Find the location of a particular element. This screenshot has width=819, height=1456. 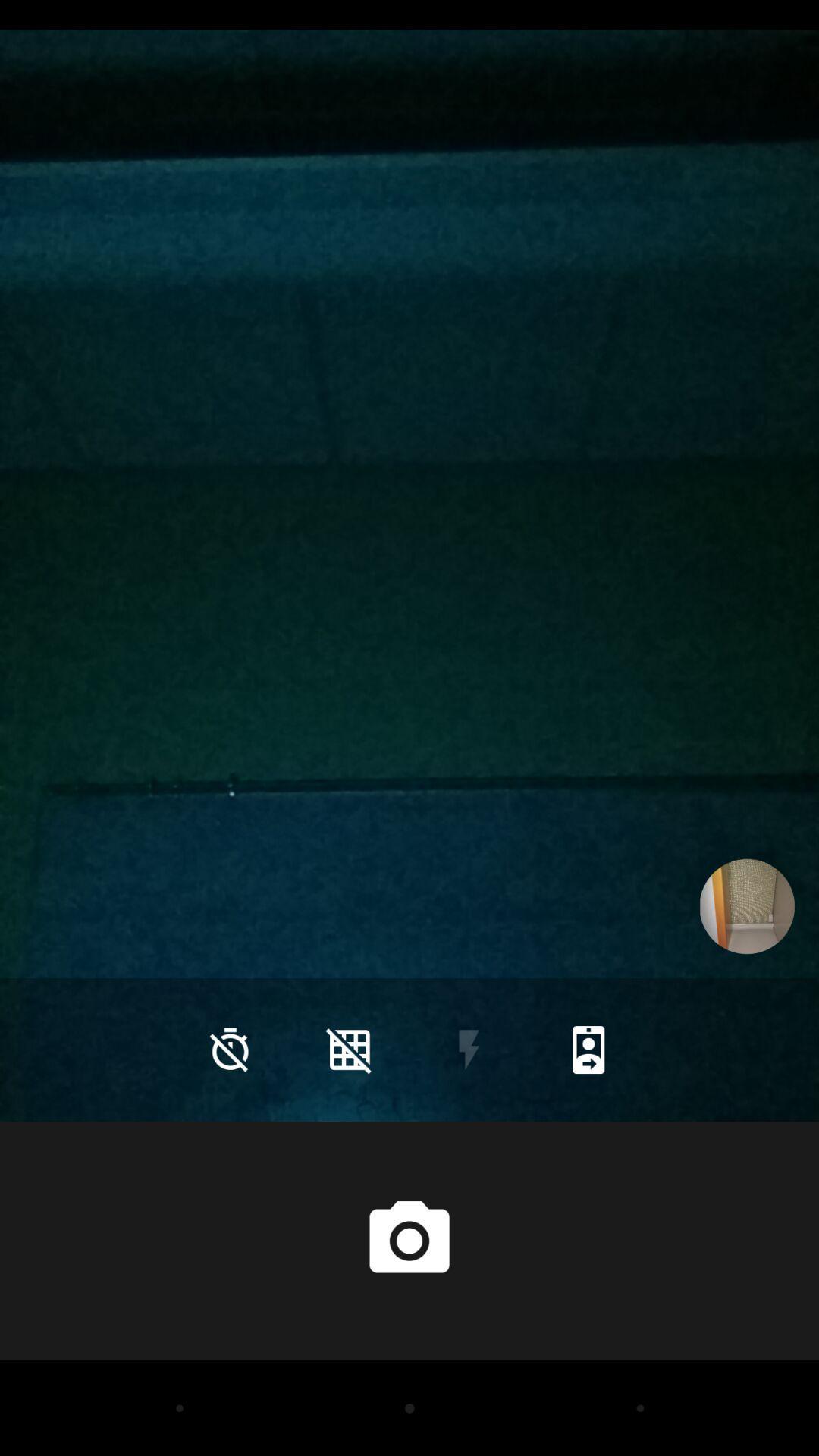

the icon on the right is located at coordinates (746, 906).